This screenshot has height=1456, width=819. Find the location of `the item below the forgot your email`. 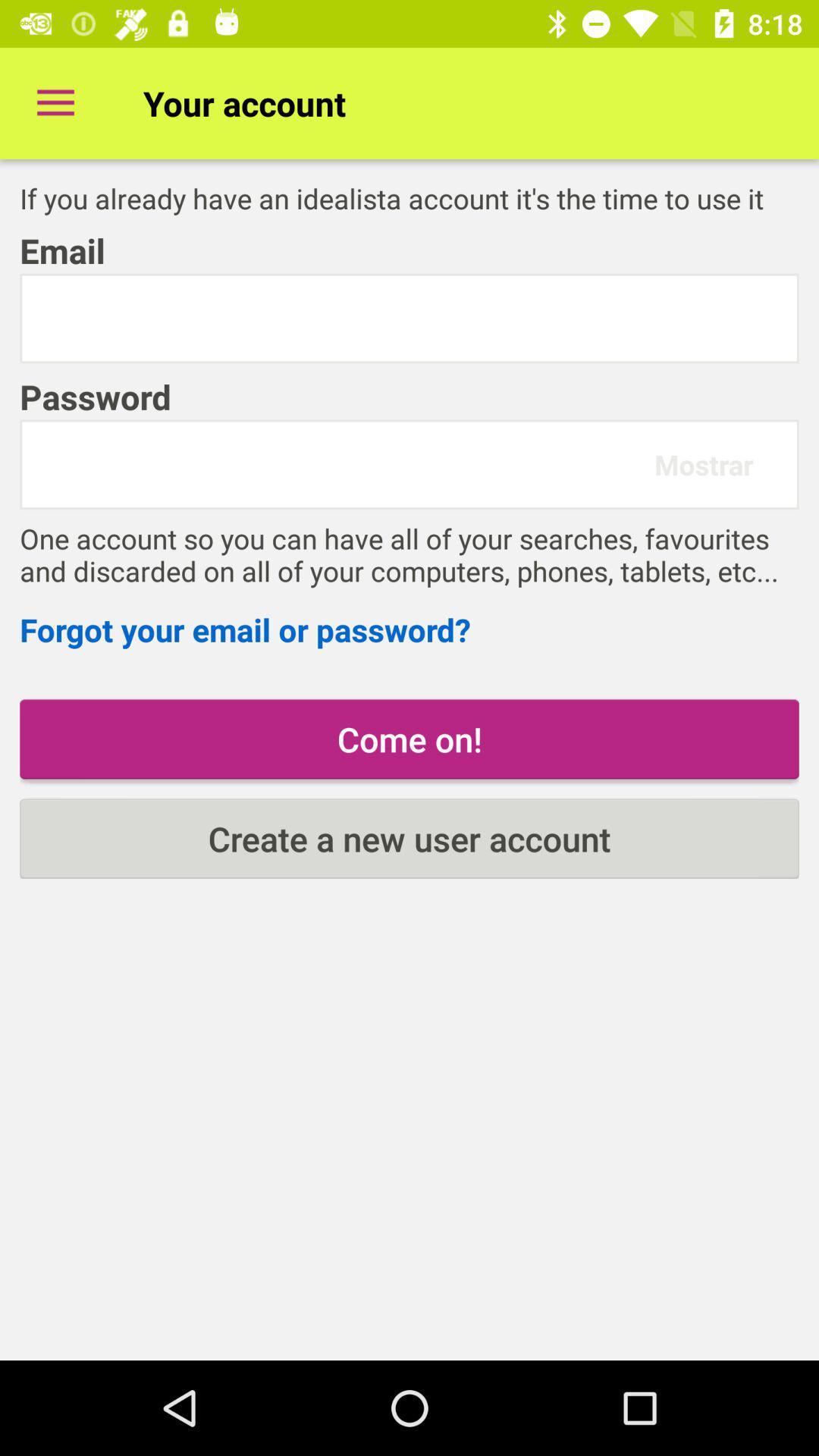

the item below the forgot your email is located at coordinates (409, 739).